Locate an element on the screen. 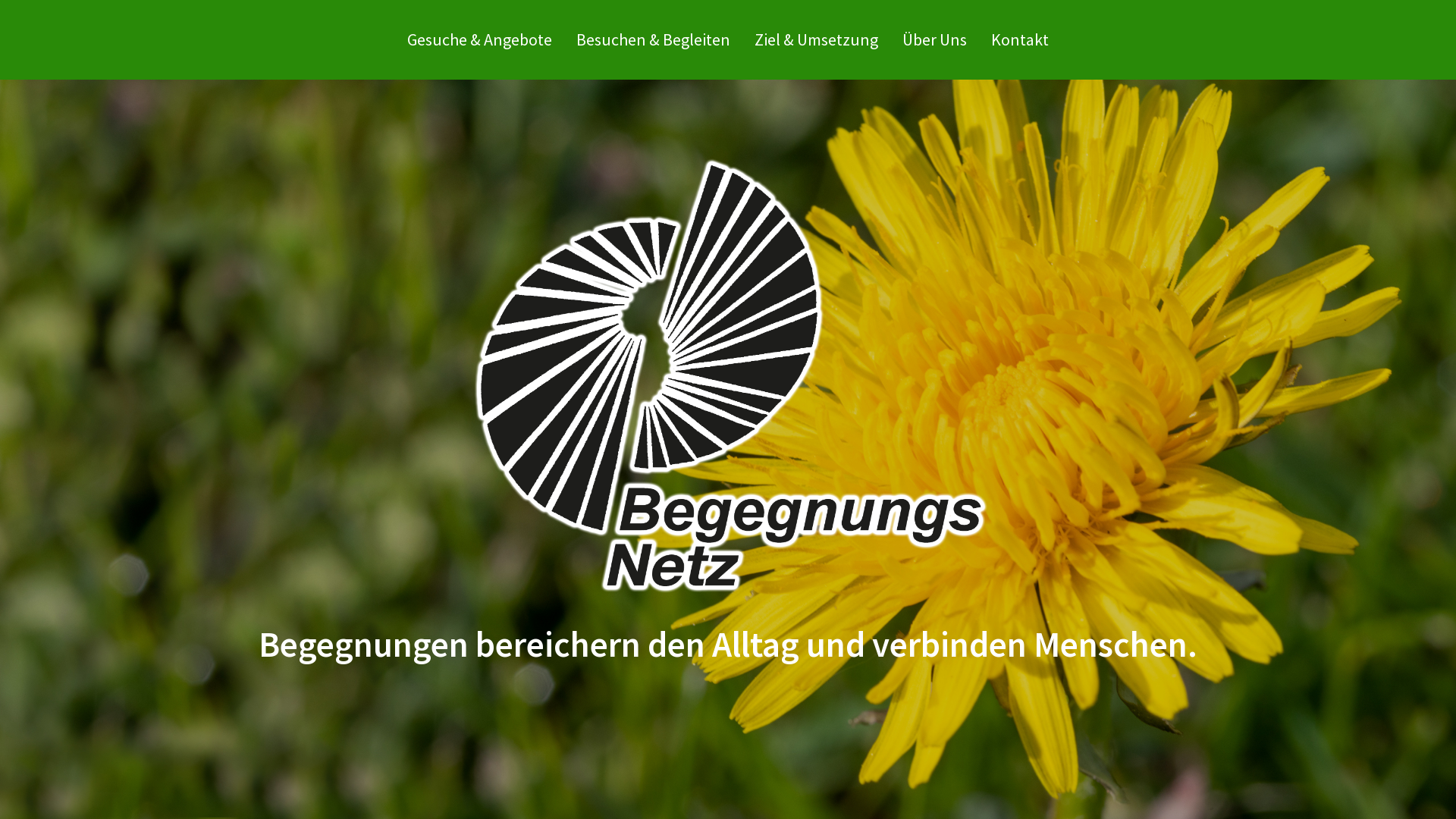  'Kontakt' is located at coordinates (1019, 38).